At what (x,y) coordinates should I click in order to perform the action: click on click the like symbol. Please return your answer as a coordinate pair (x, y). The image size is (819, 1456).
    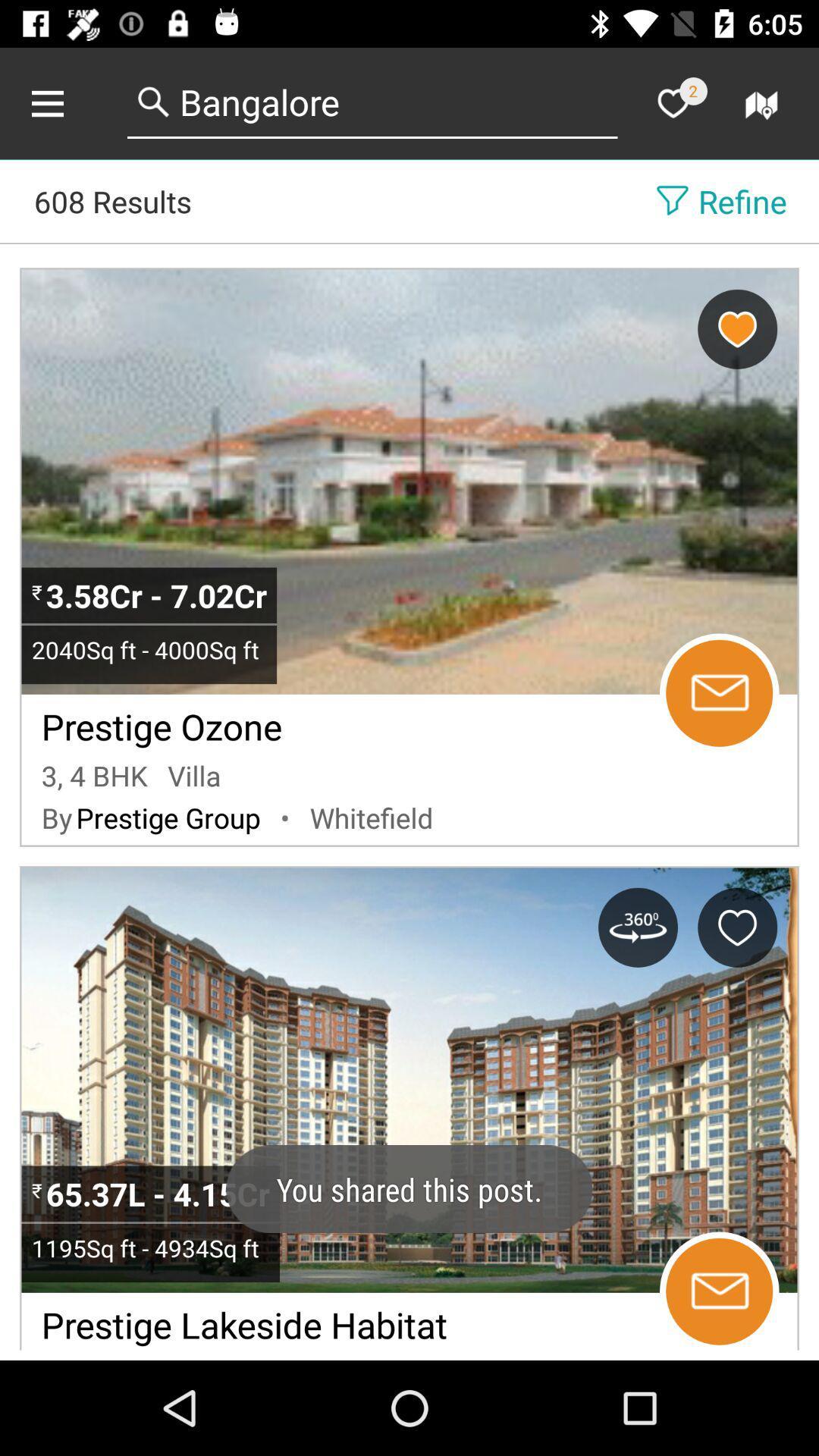
    Looking at the image, I should click on (672, 102).